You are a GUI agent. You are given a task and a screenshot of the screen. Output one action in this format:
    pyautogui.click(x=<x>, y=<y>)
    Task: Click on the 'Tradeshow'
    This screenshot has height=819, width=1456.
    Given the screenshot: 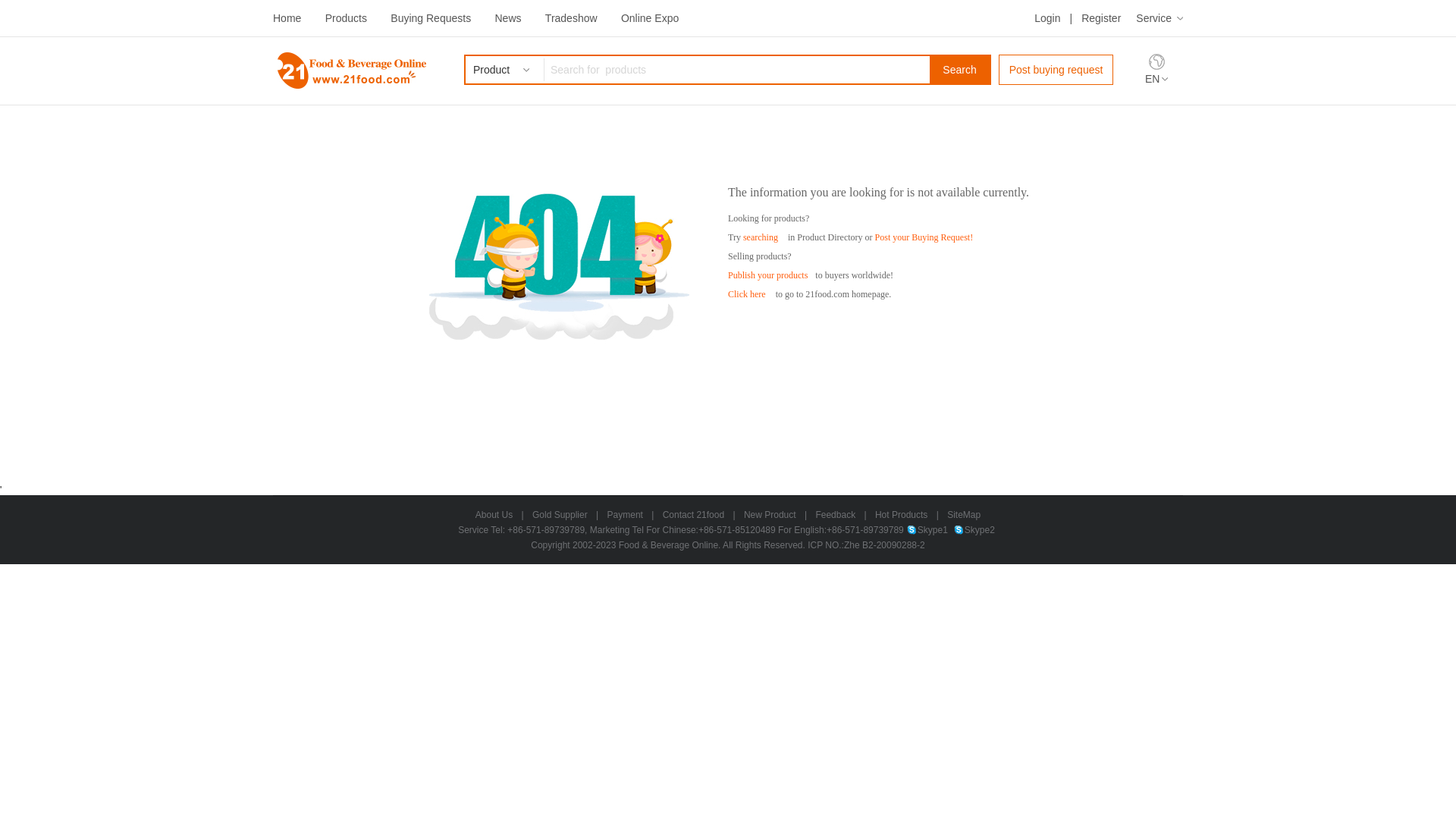 What is the action you would take?
    pyautogui.click(x=545, y=17)
    